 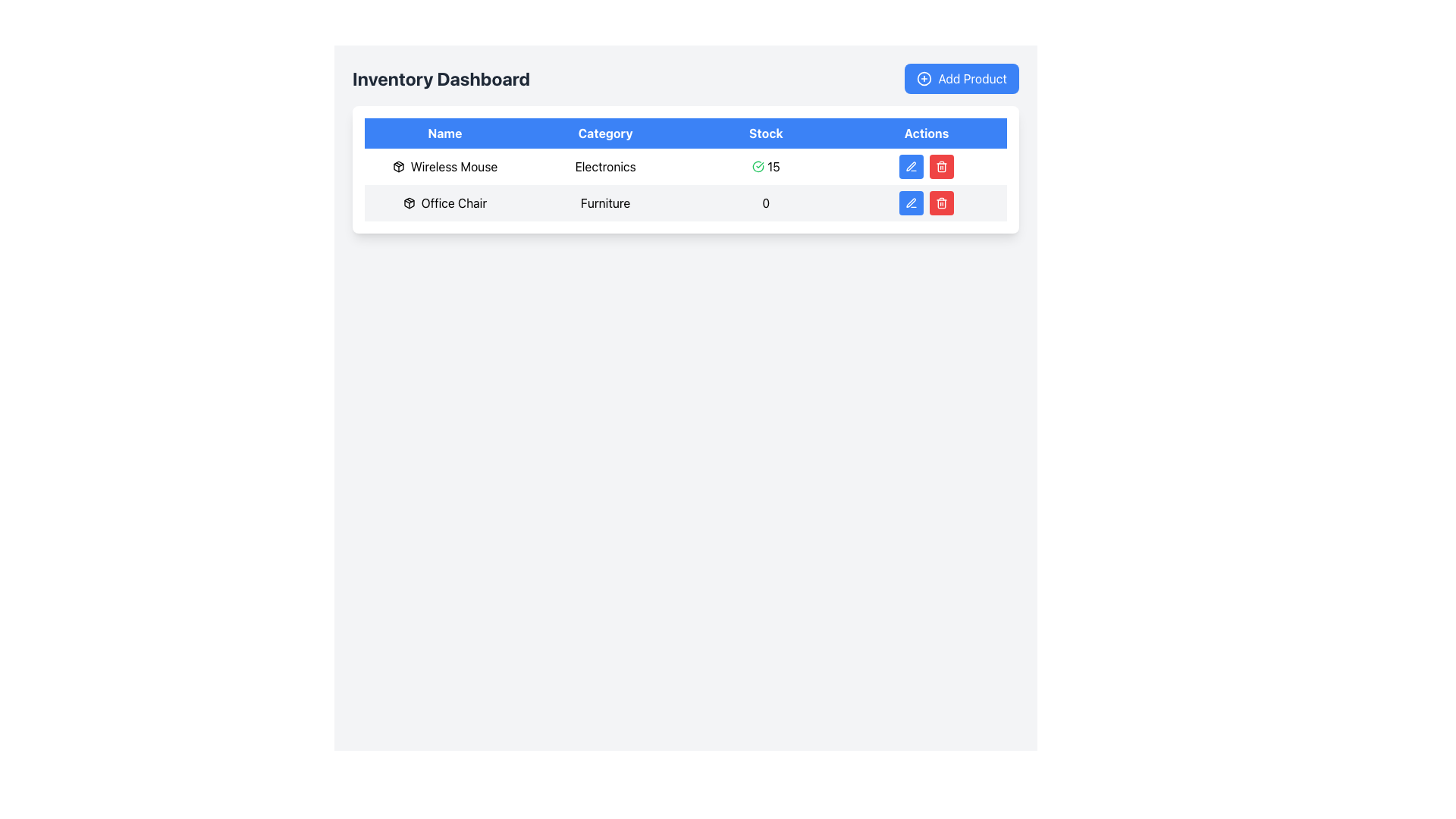 I want to click on the 'Office Chair' text label in the second item of the 'Name' column within the inventory dashboard, so click(x=453, y=202).